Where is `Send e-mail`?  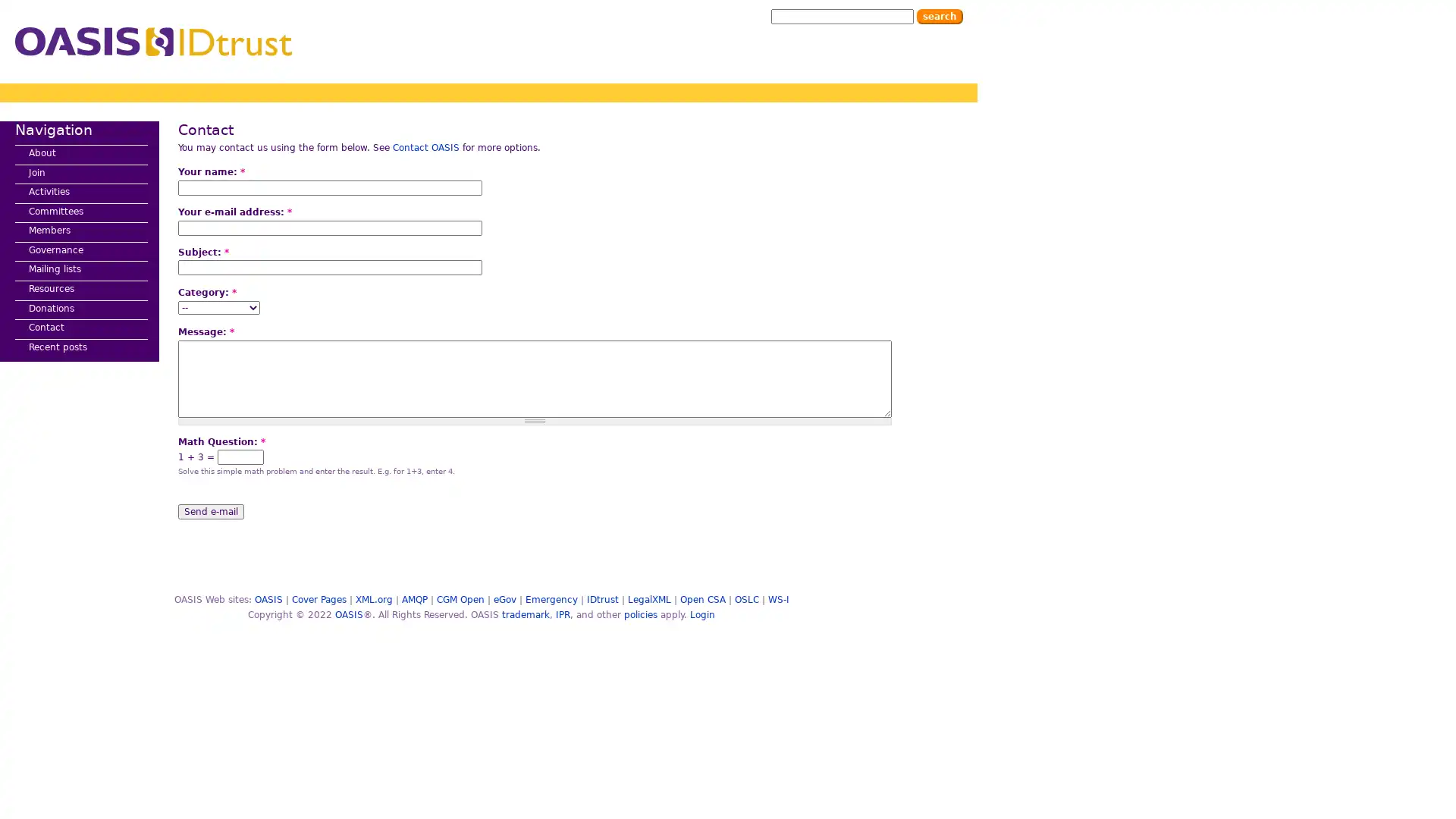 Send e-mail is located at coordinates (210, 511).